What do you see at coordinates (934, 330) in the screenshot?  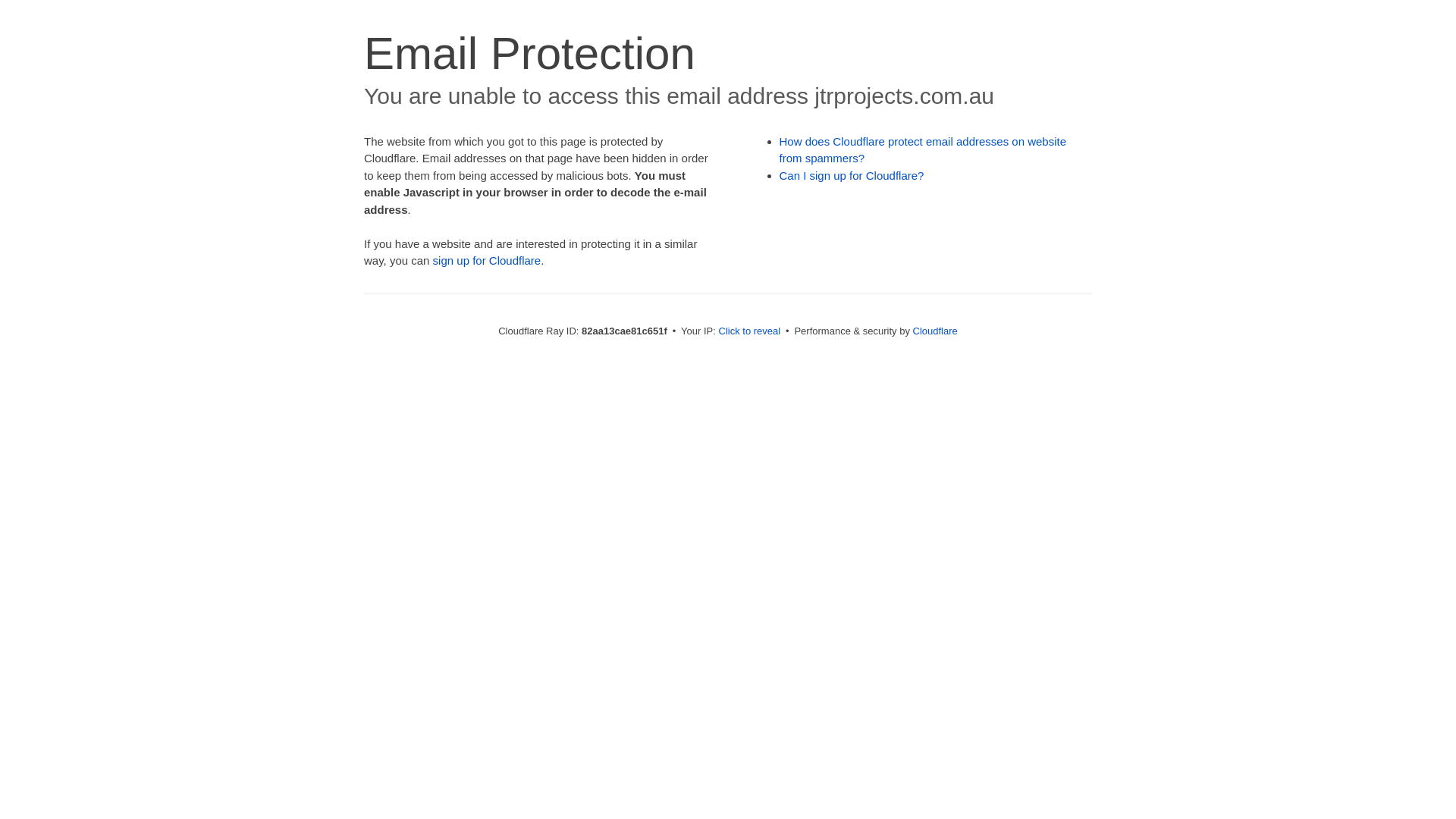 I see `'Cloudflare'` at bounding box center [934, 330].